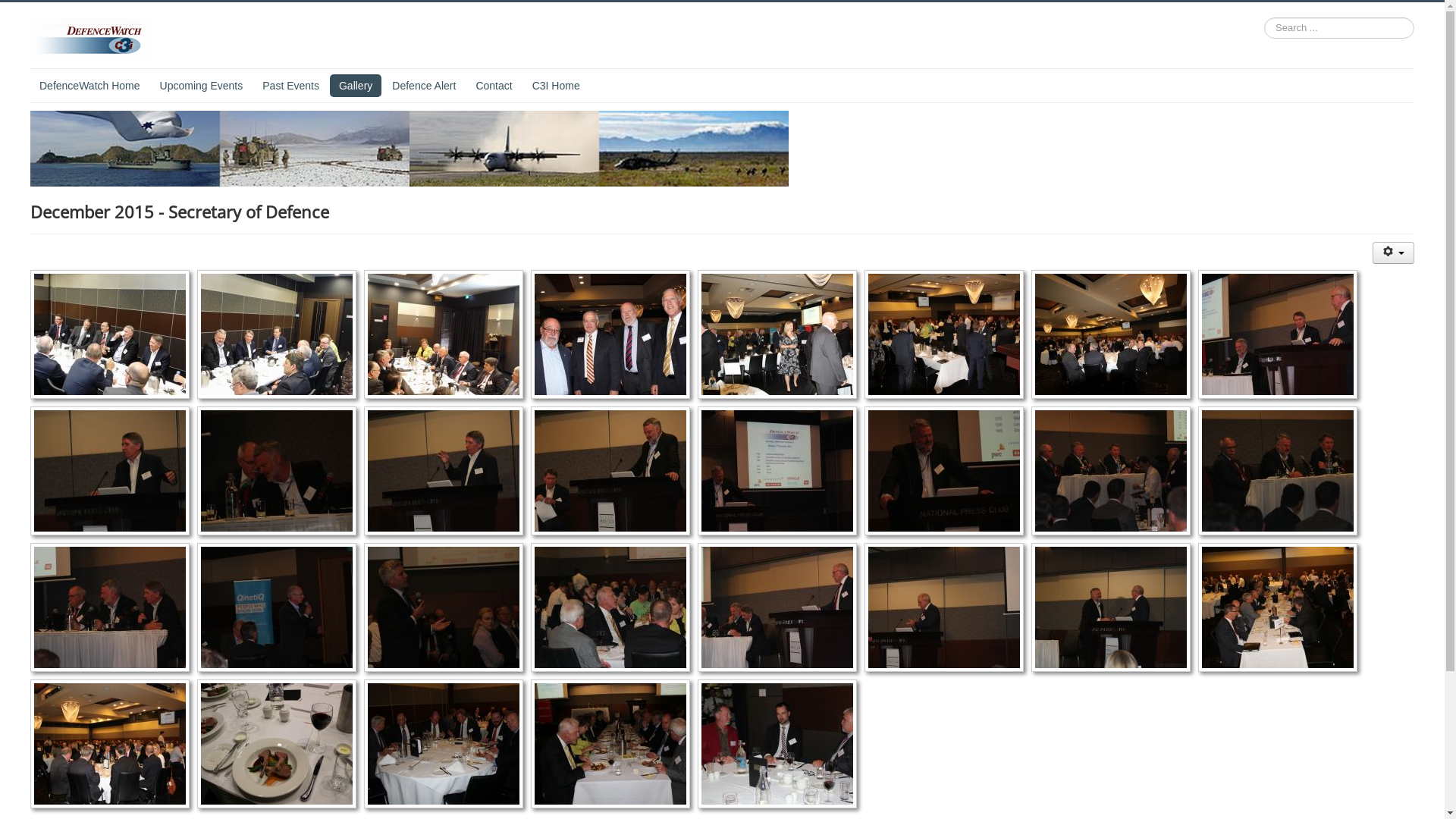  Describe the element at coordinates (465, 85) in the screenshot. I see `'Contact'` at that location.